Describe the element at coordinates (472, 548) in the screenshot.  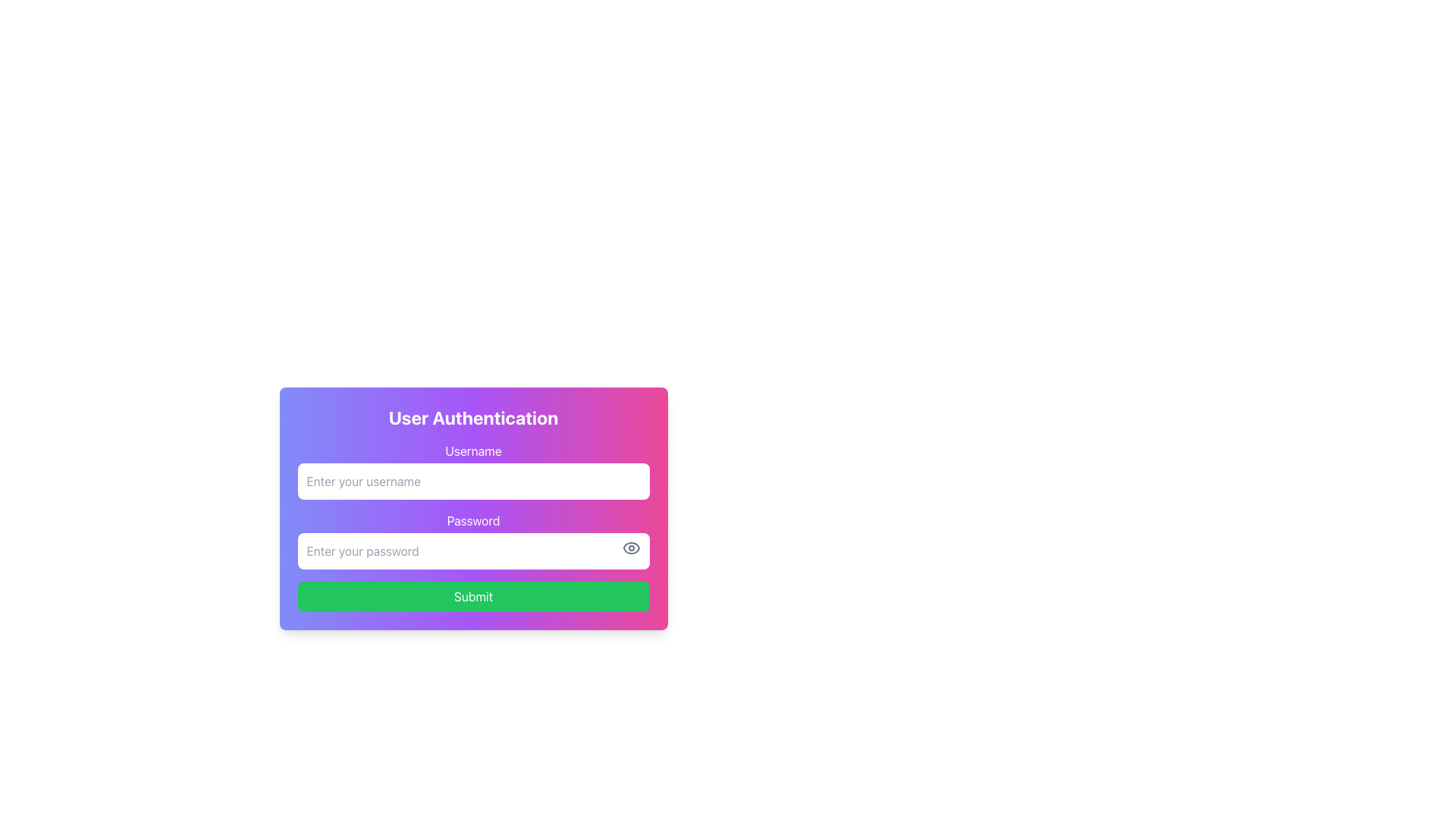
I see `the 'Password' input field within the purple and pink gradient box to type a password` at that location.